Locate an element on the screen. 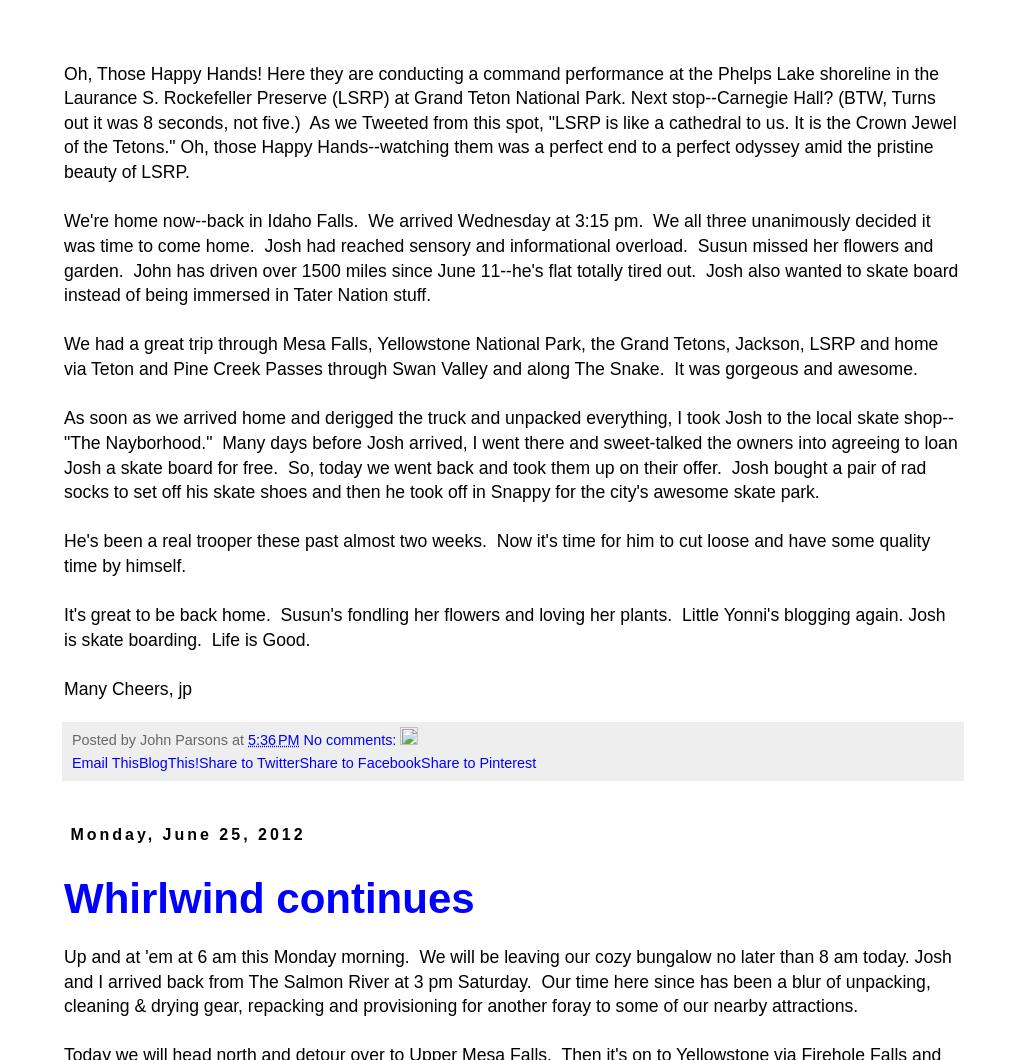  'Share to Pinterest' is located at coordinates (478, 761).